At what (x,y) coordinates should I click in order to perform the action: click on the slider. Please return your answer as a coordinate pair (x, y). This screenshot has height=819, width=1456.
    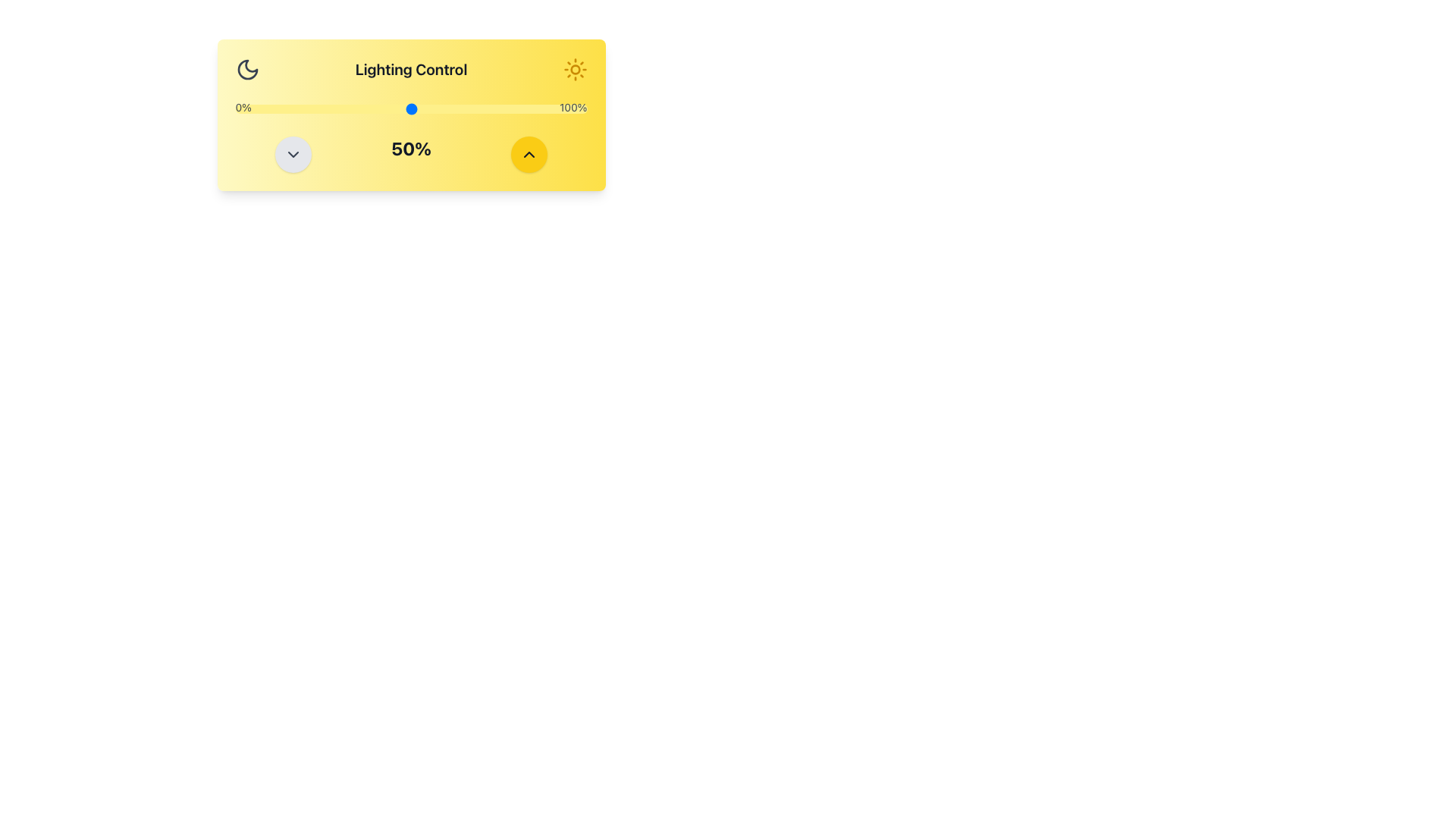
    Looking at the image, I should click on (329, 108).